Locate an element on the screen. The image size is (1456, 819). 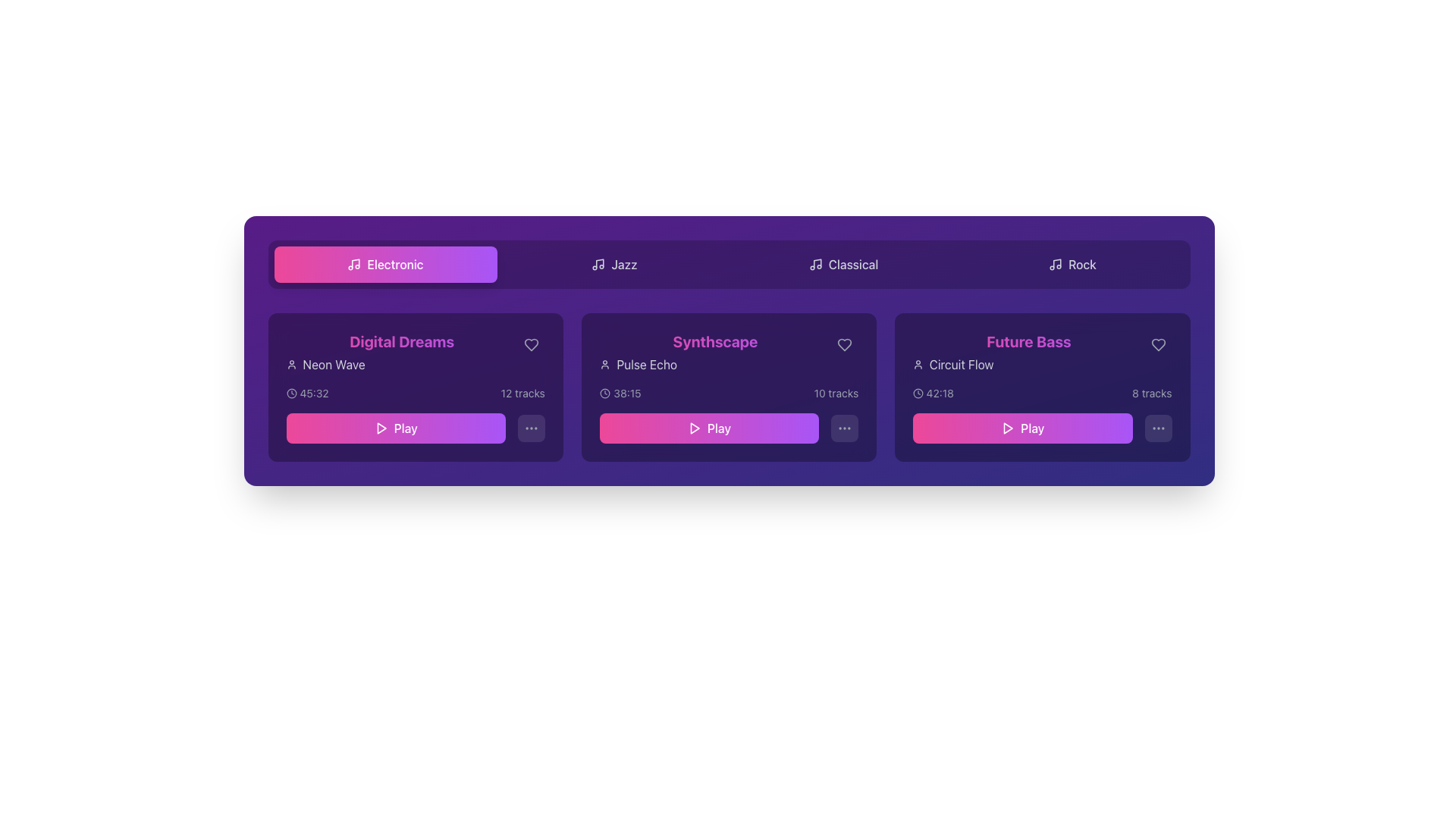
the music note icon located in the horizontal menu bar, positioned between the 'Electronic' and 'Classical' tabs, and aligned to the left of the 'Jazz' label is located at coordinates (598, 263).